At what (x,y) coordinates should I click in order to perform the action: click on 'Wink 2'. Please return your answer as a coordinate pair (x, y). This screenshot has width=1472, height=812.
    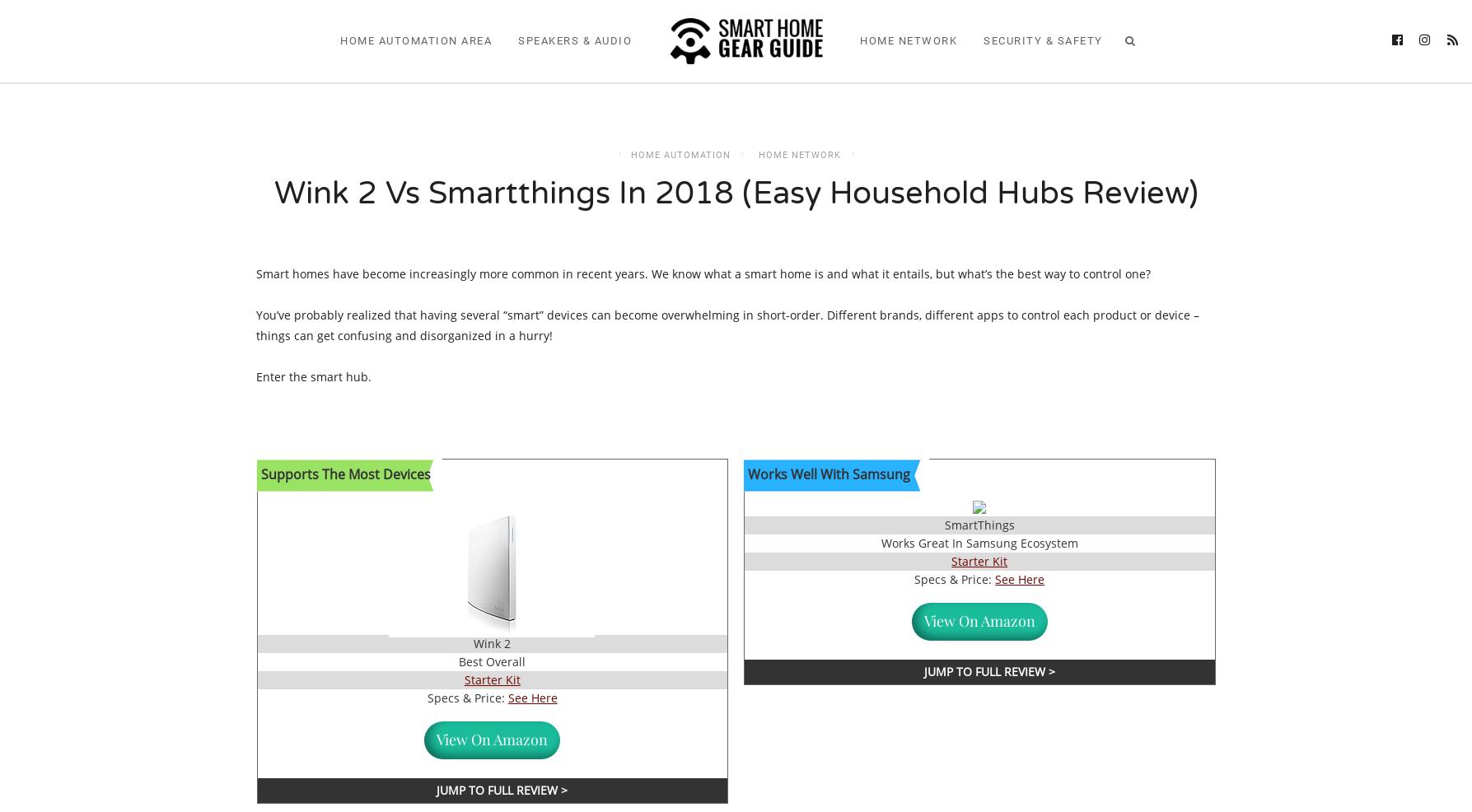
    Looking at the image, I should click on (473, 643).